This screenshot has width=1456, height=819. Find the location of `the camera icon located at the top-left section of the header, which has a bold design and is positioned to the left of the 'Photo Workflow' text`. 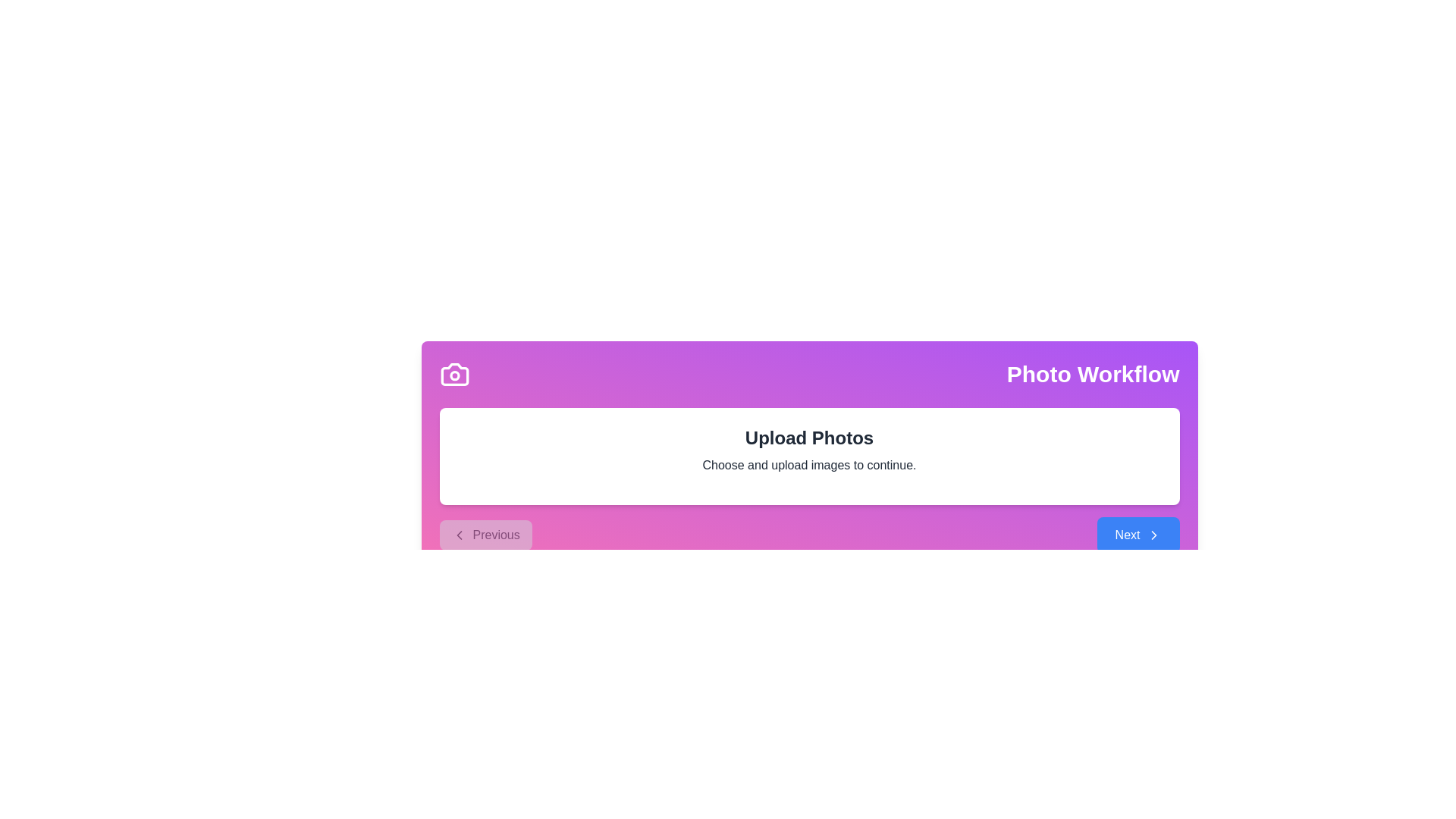

the camera icon located at the top-left section of the header, which has a bold design and is positioned to the left of the 'Photo Workflow' text is located at coordinates (453, 374).